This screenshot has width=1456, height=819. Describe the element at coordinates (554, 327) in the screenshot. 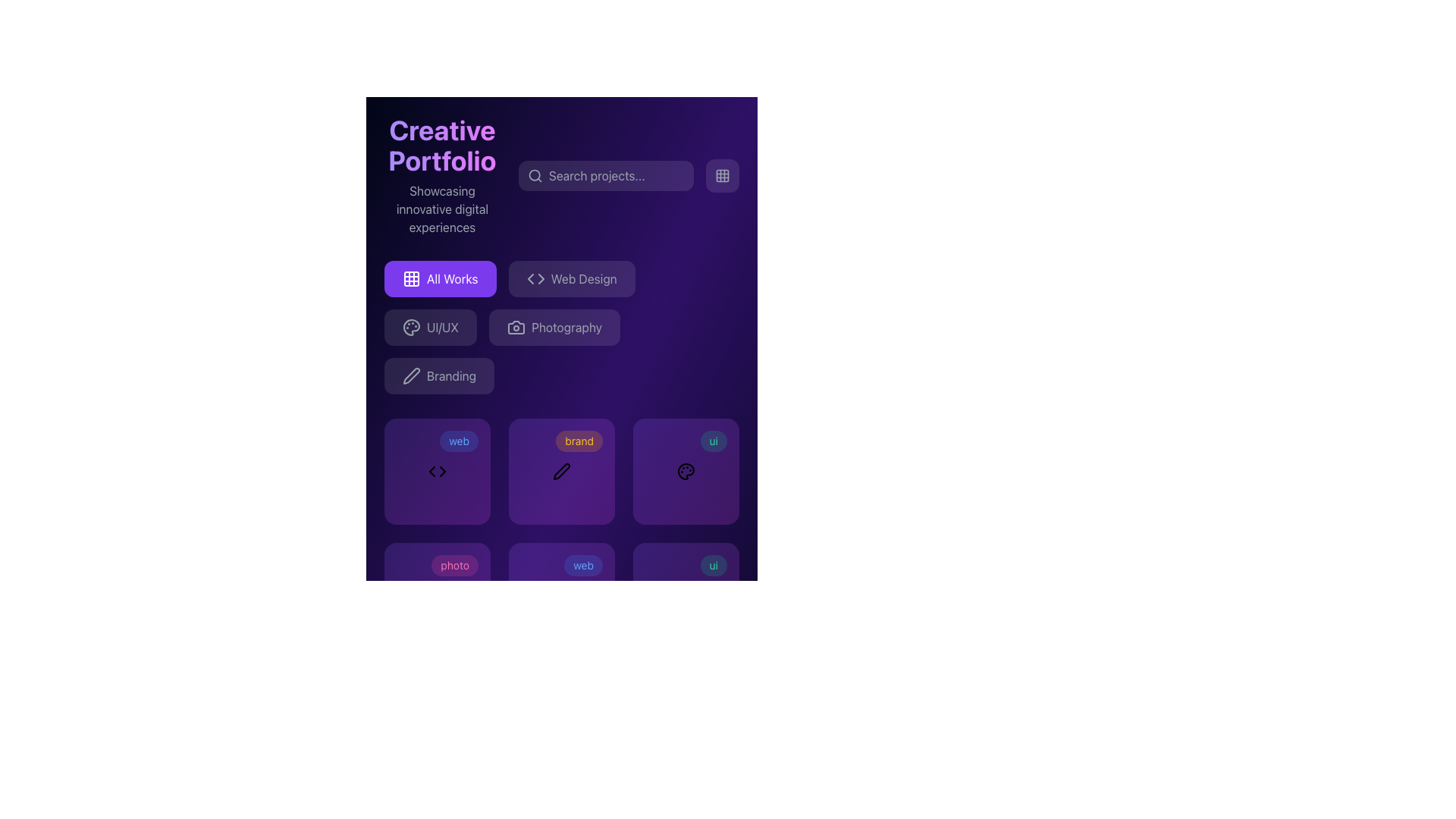

I see `the 'Photography' button, which is a horizontally rectangular button with rounded corners and a light gray text label` at that location.